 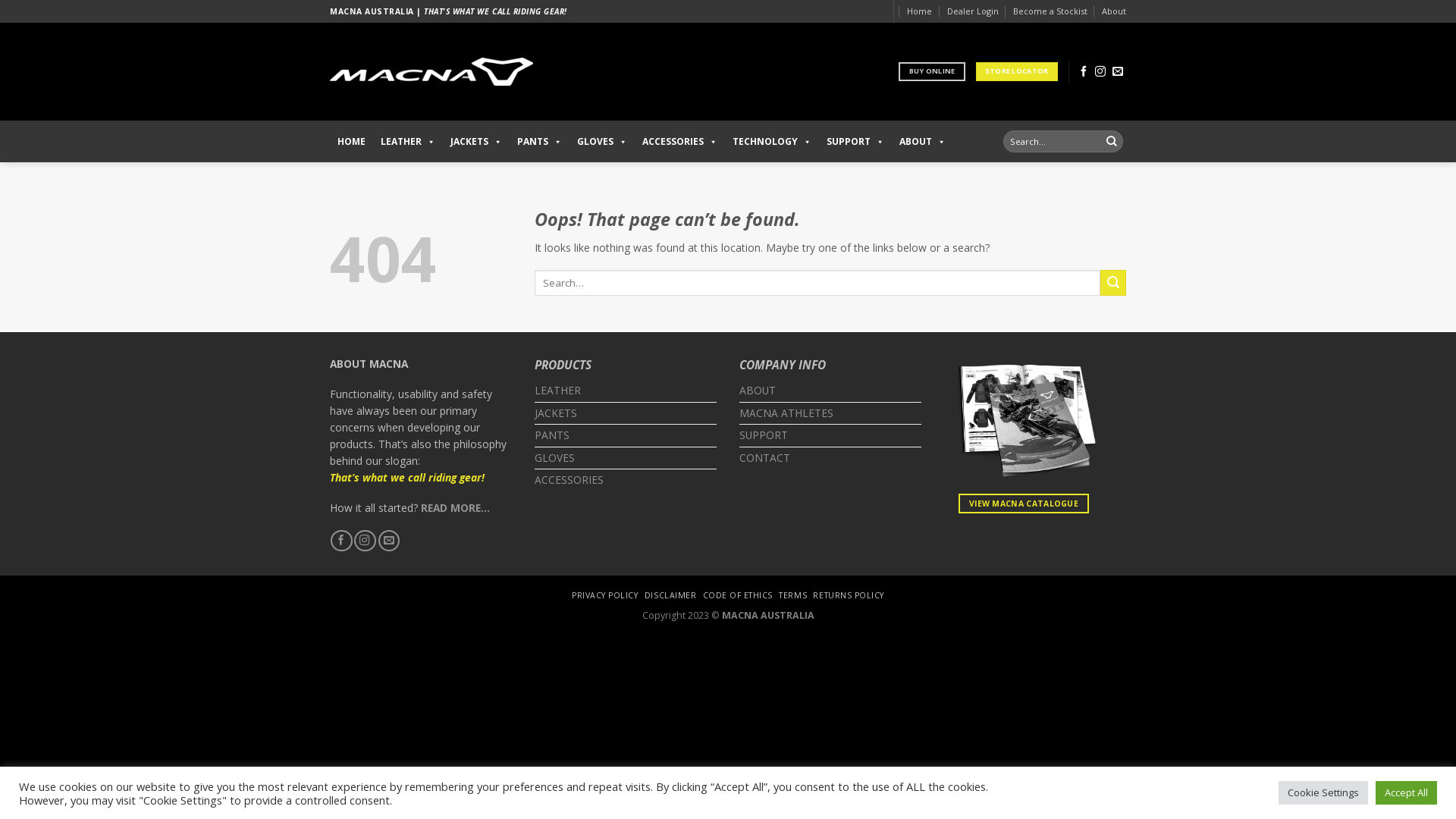 I want to click on 'DISCLAIMER', so click(x=669, y=595).